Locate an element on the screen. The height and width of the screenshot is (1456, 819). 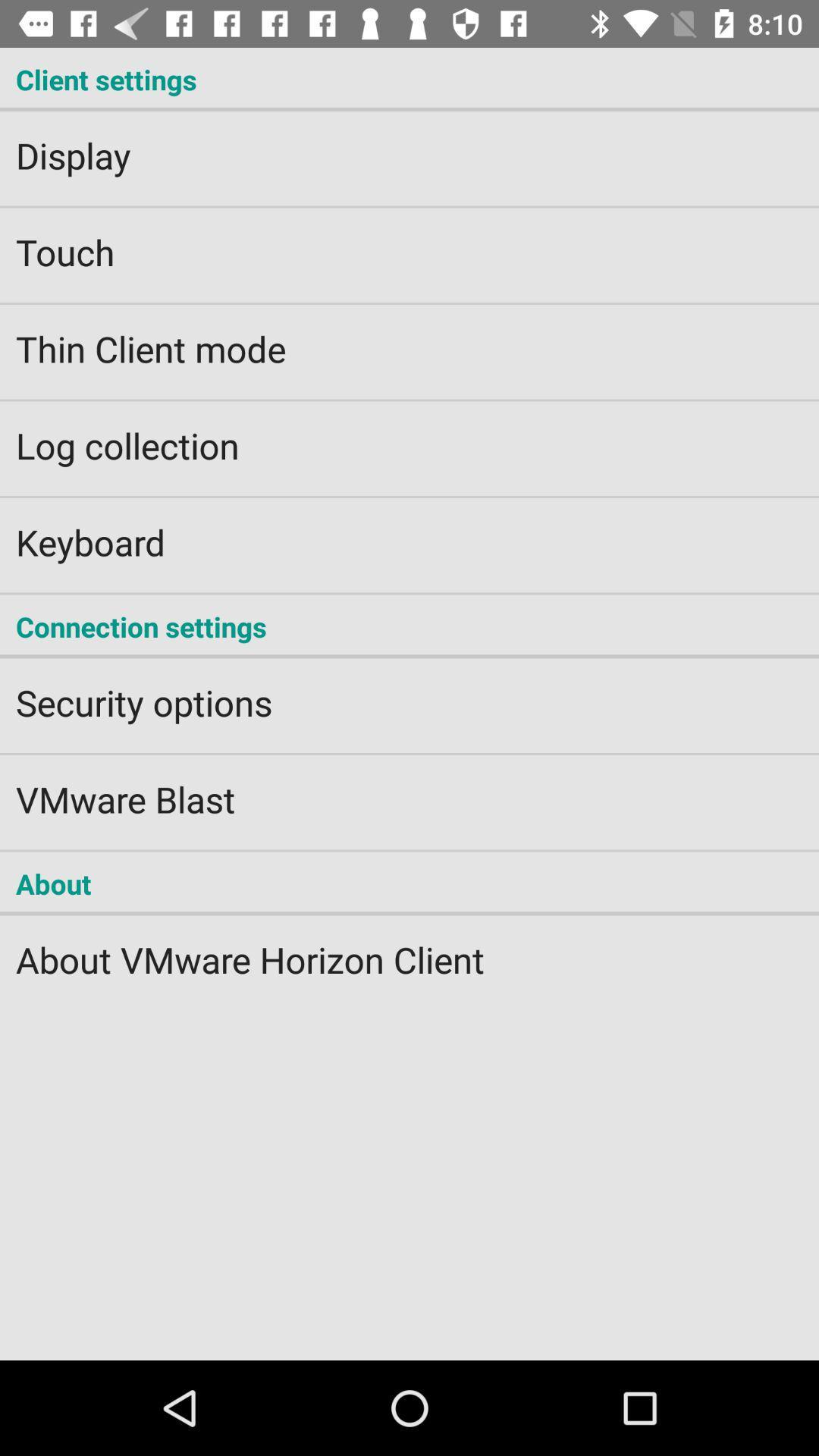
vmware blast app is located at coordinates (409, 789).